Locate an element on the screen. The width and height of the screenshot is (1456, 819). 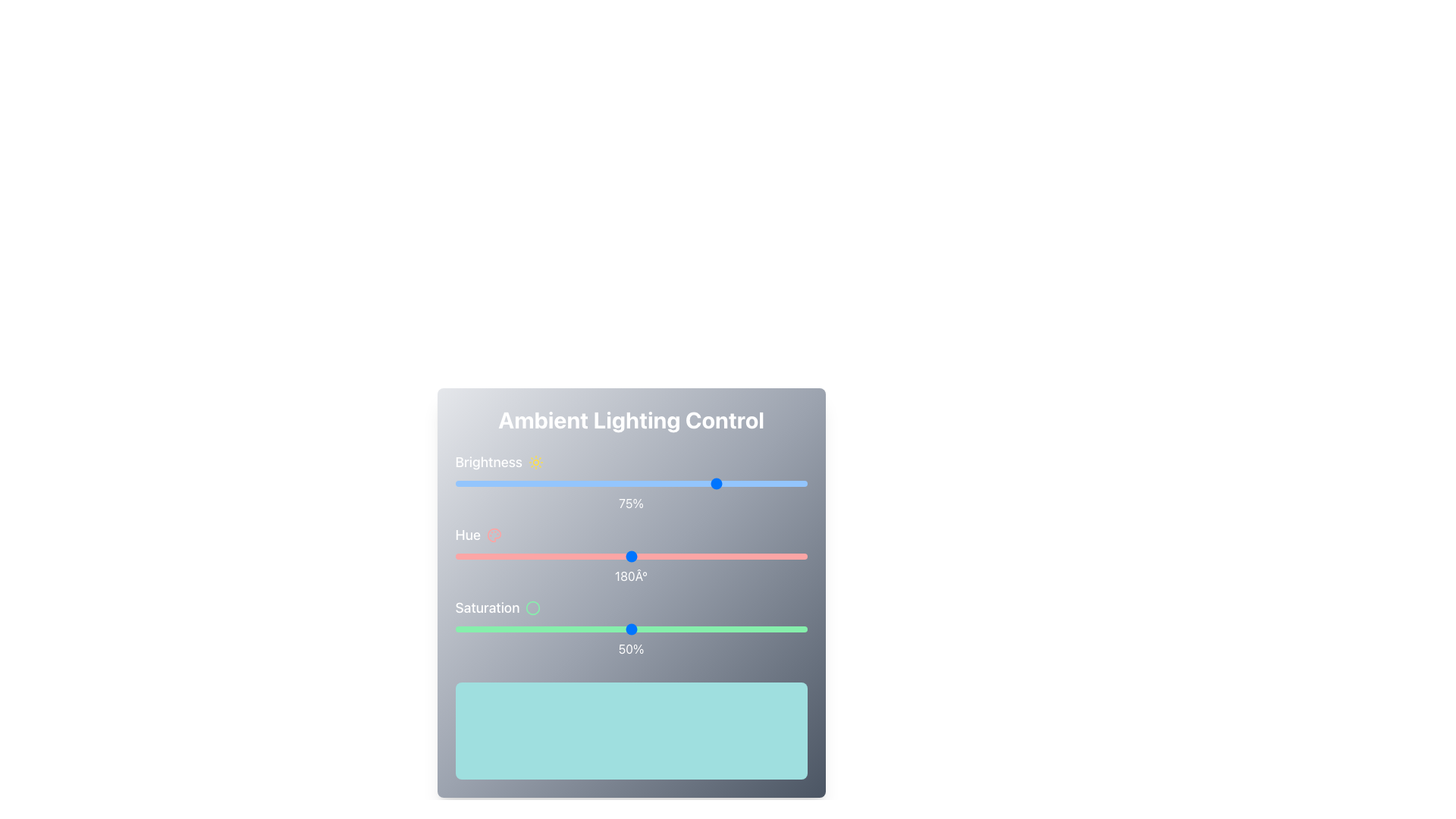
brightness is located at coordinates (574, 483).